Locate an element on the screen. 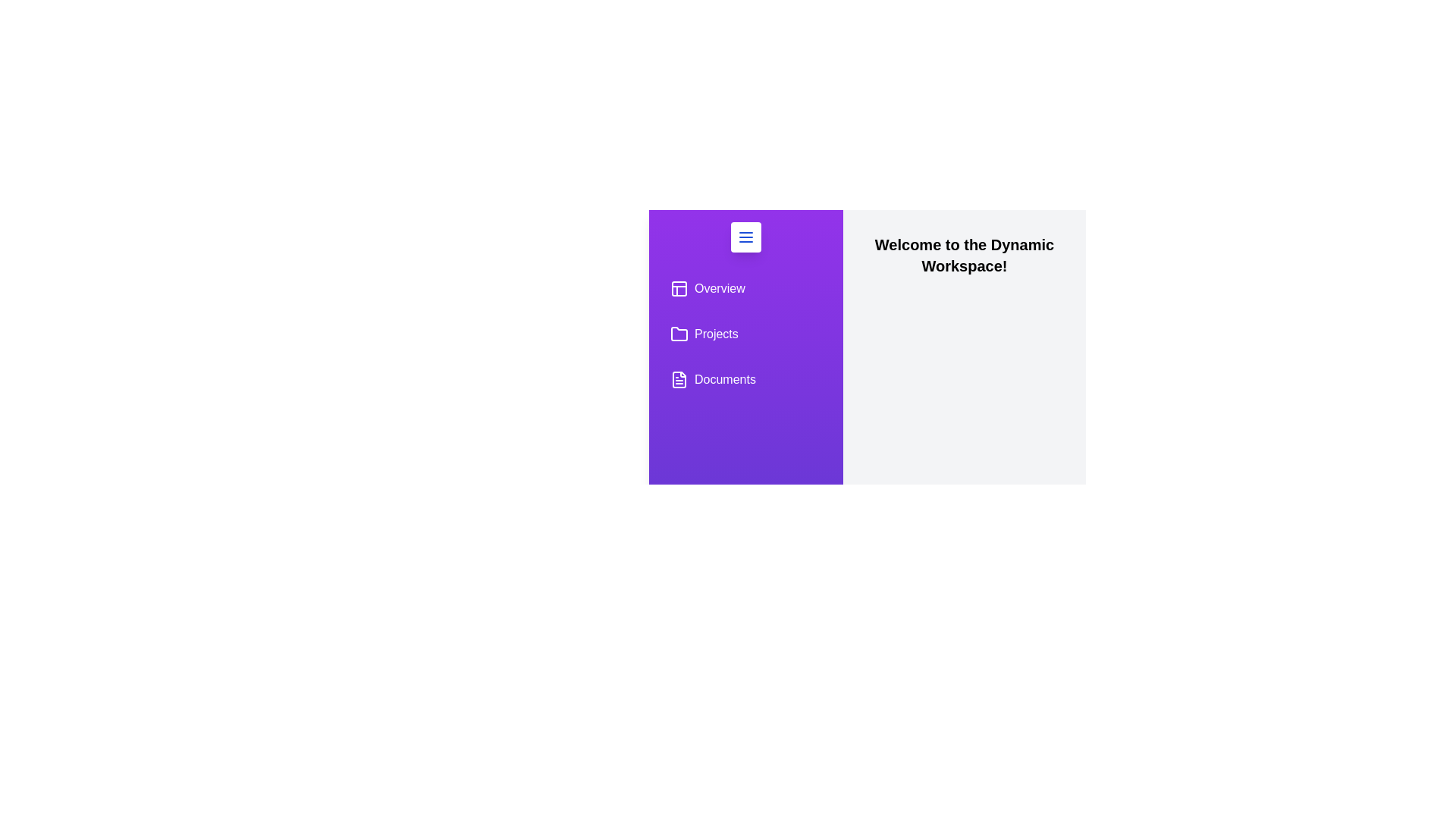 The height and width of the screenshot is (819, 1456). the menu button to toggle the sidebar's expanded state is located at coordinates (745, 237).